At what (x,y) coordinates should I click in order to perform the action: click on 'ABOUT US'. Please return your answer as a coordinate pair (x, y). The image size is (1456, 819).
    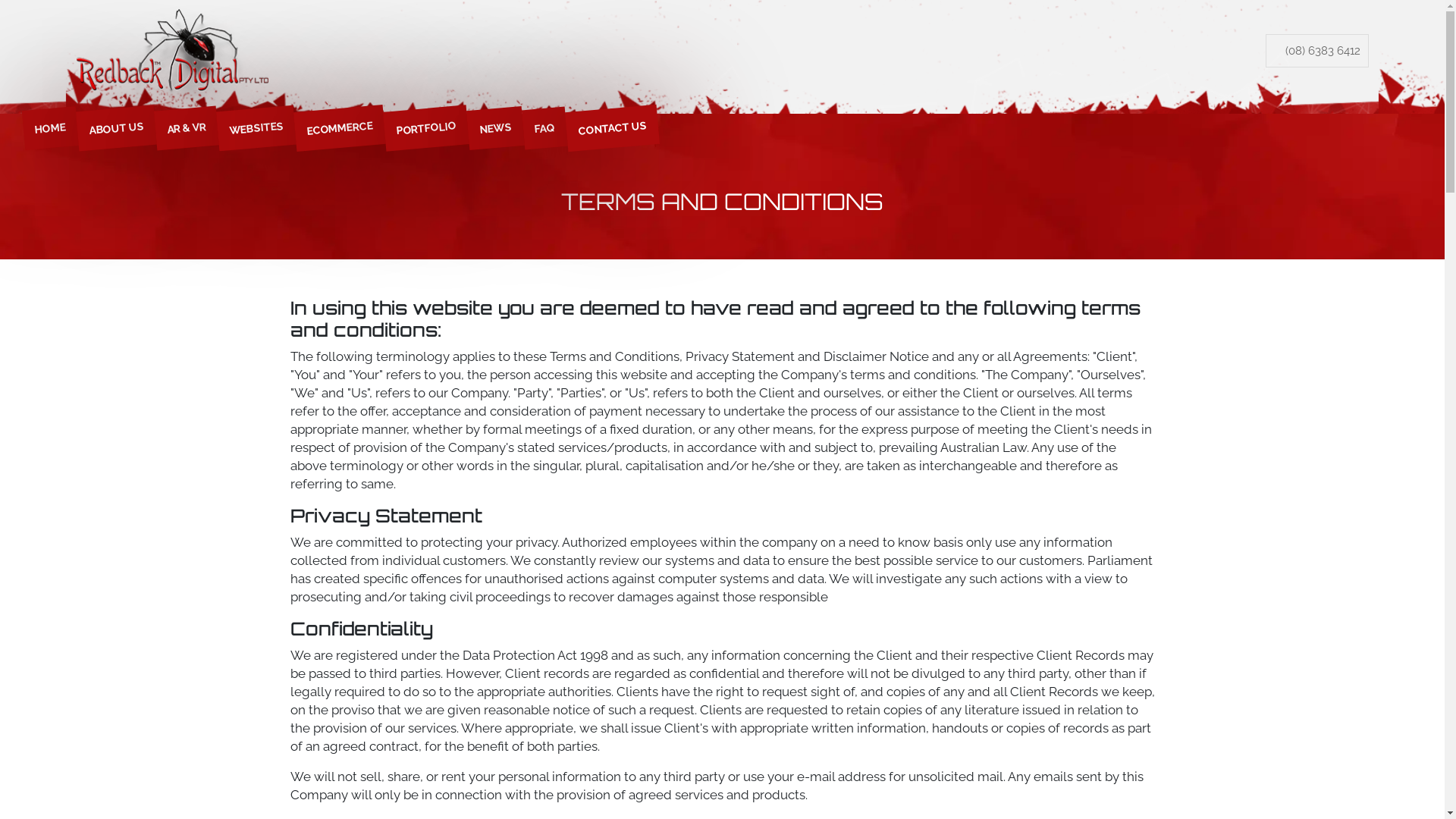
    Looking at the image, I should click on (114, 124).